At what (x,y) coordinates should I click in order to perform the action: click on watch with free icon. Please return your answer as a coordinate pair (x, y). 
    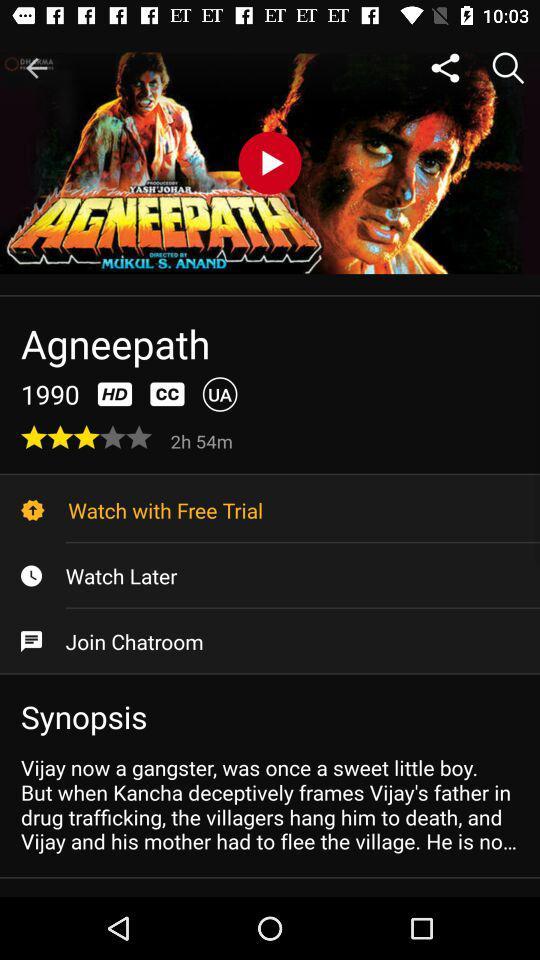
    Looking at the image, I should click on (270, 509).